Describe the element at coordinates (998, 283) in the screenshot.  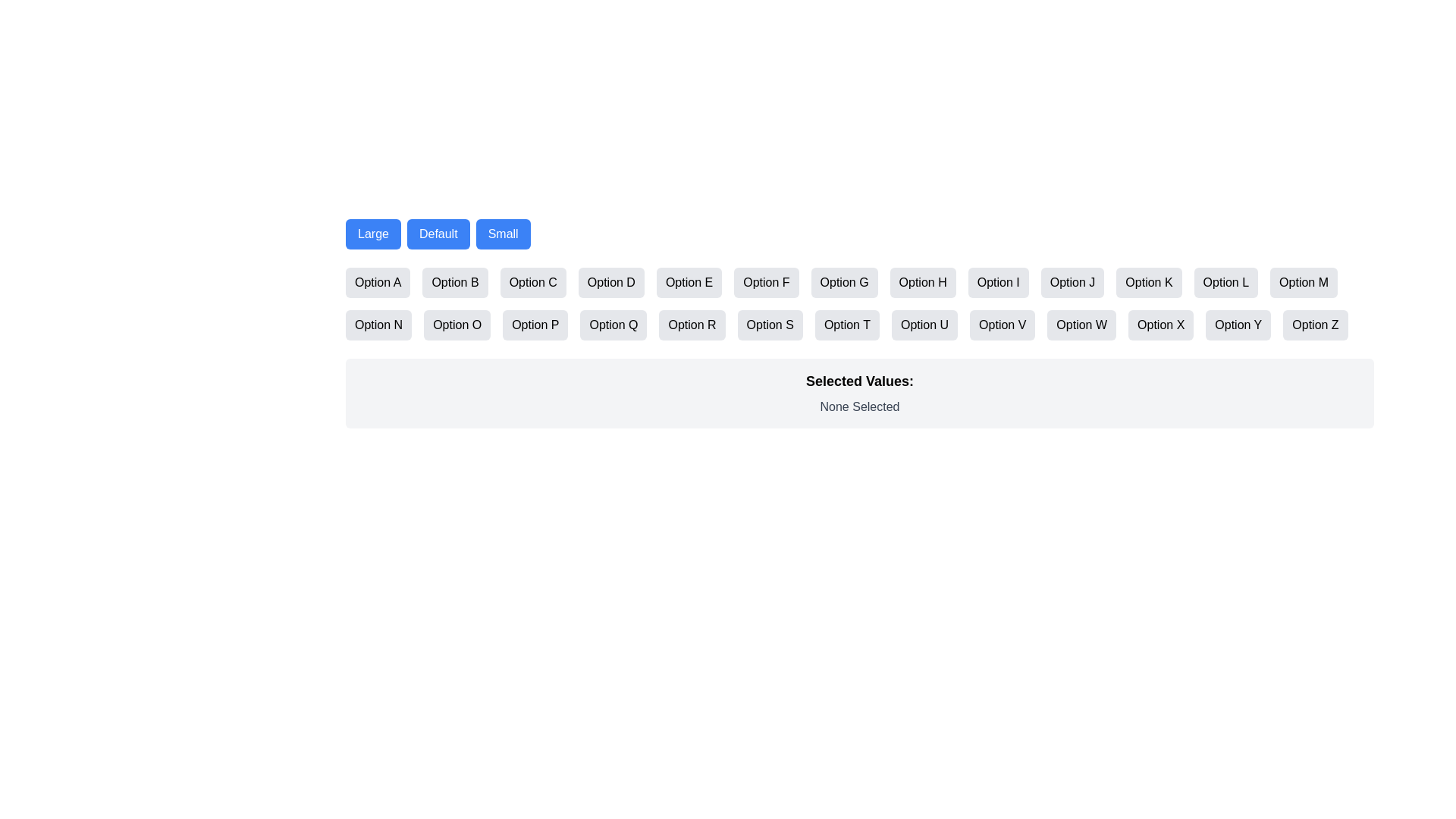
I see `the selectable button for 'Option I' located in the first row of a grid layout, between 'Option H' and 'Option J'` at that location.